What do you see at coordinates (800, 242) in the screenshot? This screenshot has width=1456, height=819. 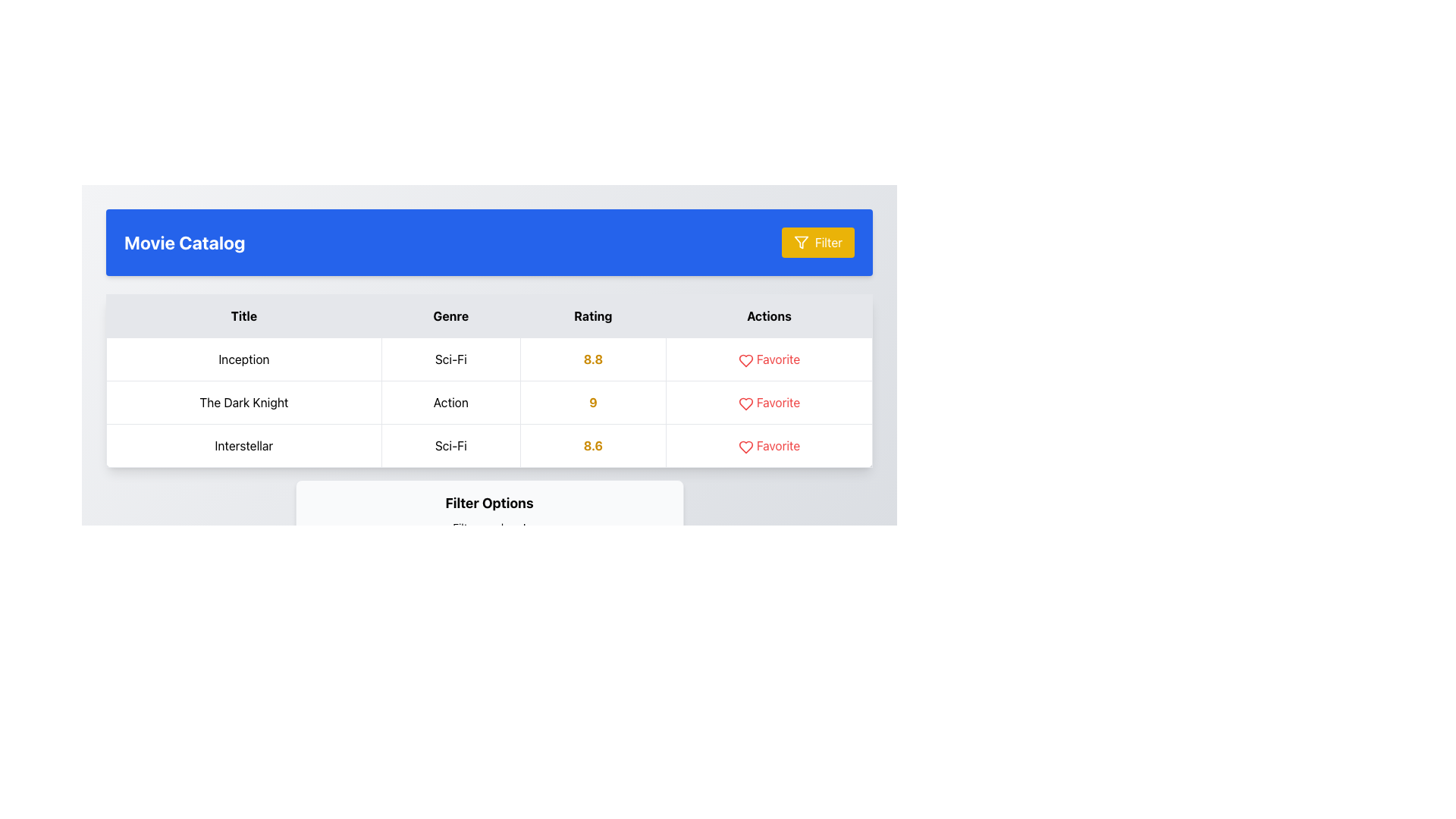 I see `the funnel icon on the 'Filter' button located at the top-right corner of the interface` at bounding box center [800, 242].